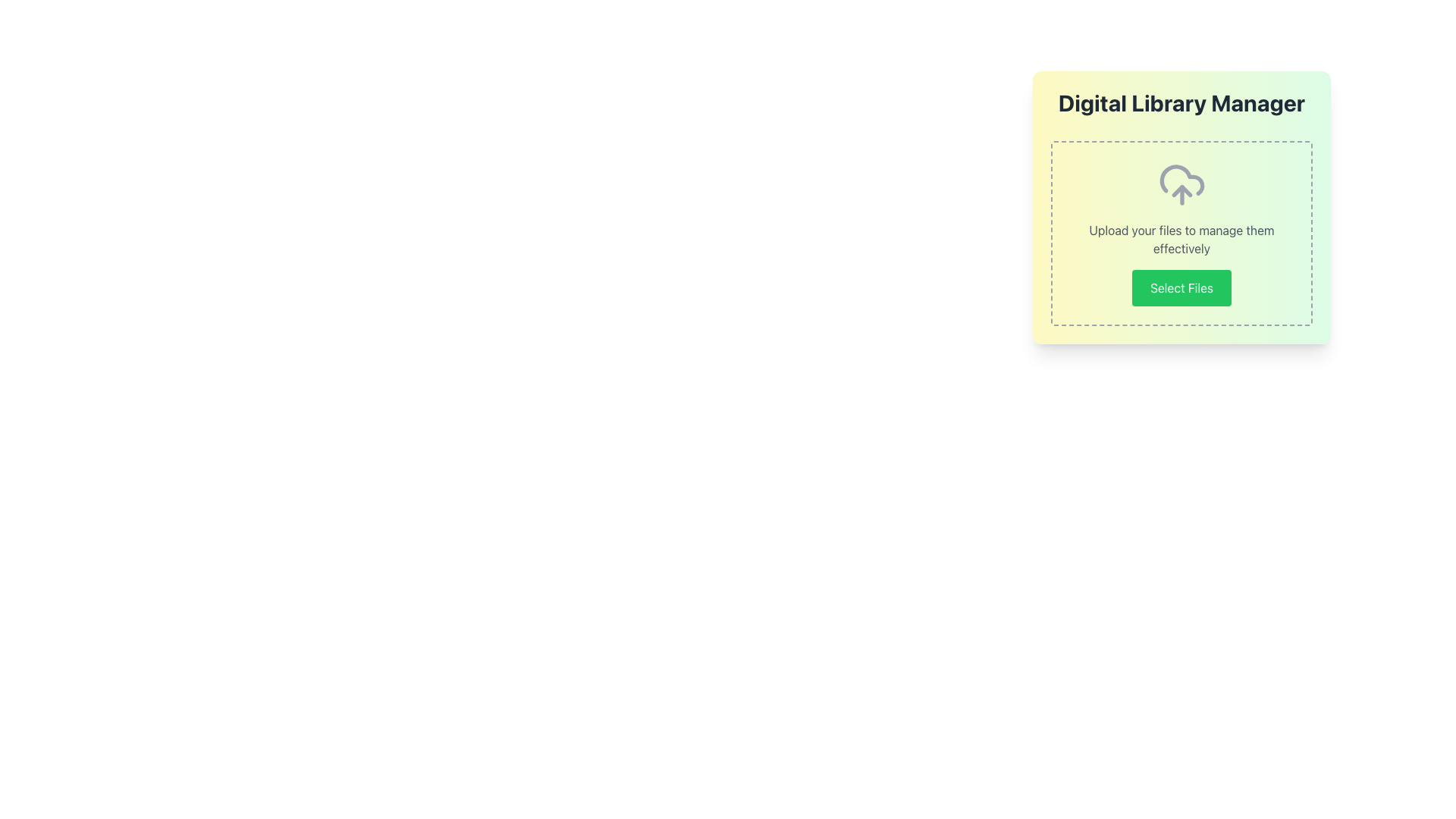 This screenshot has width=1456, height=819. Describe the element at coordinates (1181, 184) in the screenshot. I see `upload icon located centrally within the bordered dashed box under the title 'Digital Library Manager'` at that location.